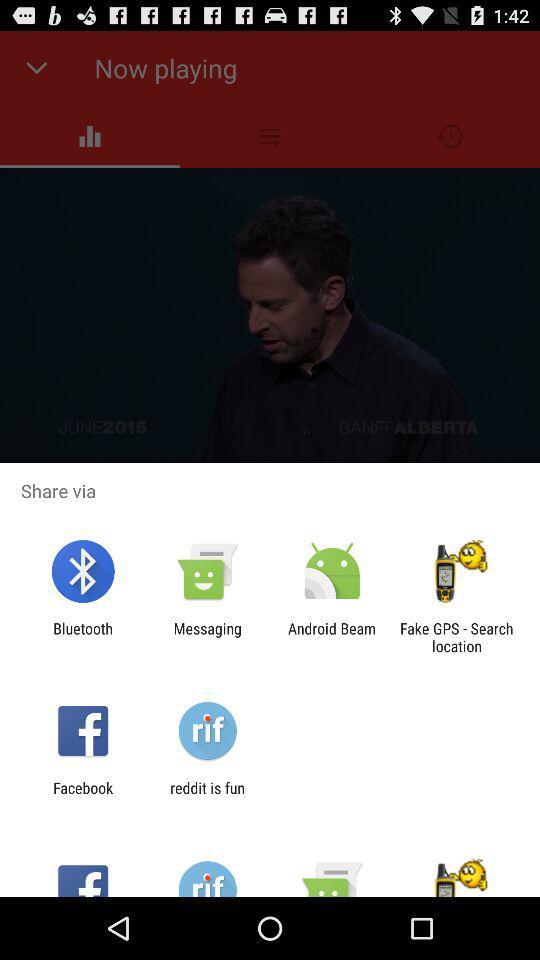  What do you see at coordinates (206, 636) in the screenshot?
I see `the messaging app` at bounding box center [206, 636].